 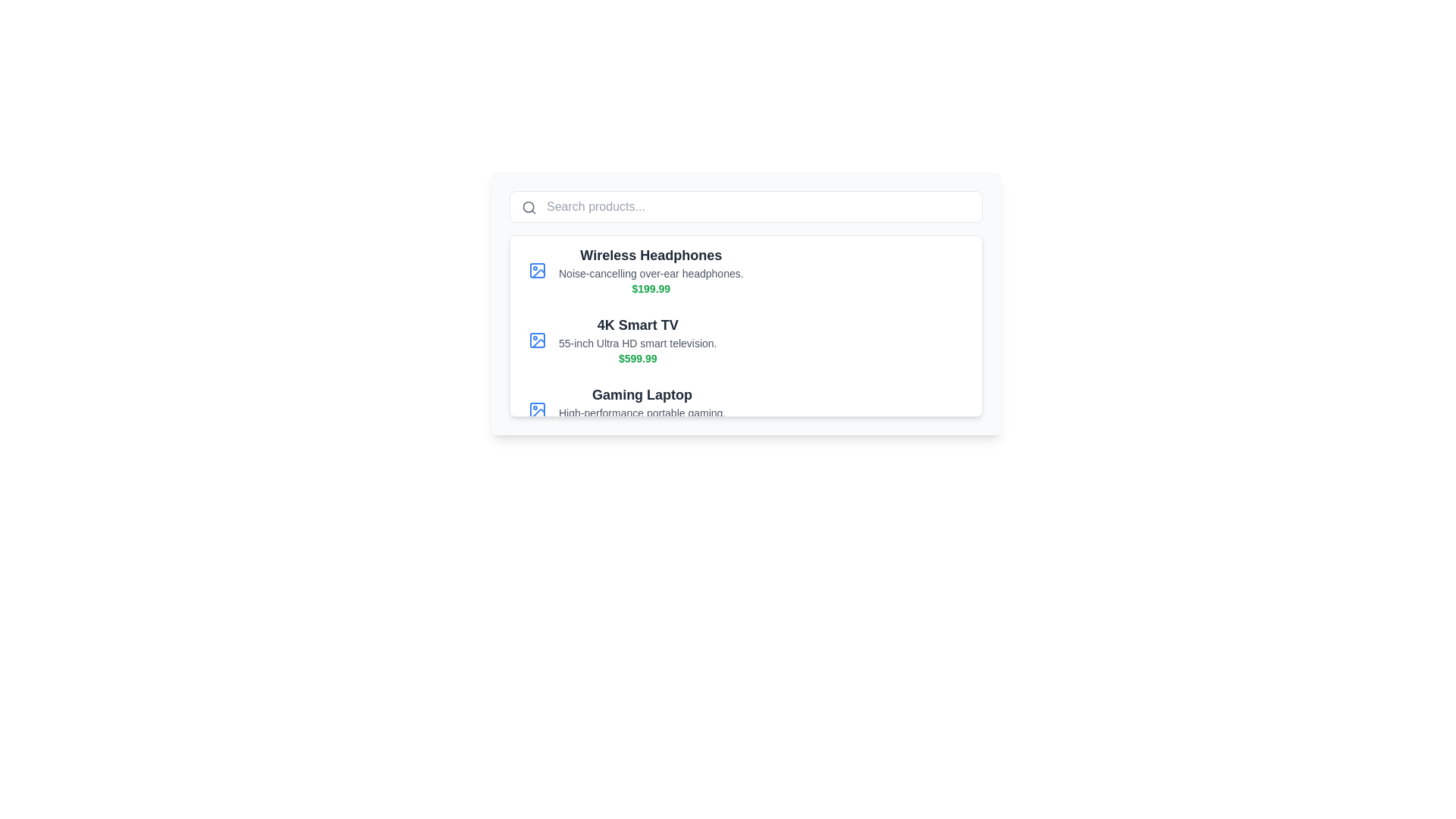 What do you see at coordinates (651, 254) in the screenshot?
I see `the bold title text 'Wireless Headphones' which is prominently displayed in dark gray or black at the top of its grouped section` at bounding box center [651, 254].